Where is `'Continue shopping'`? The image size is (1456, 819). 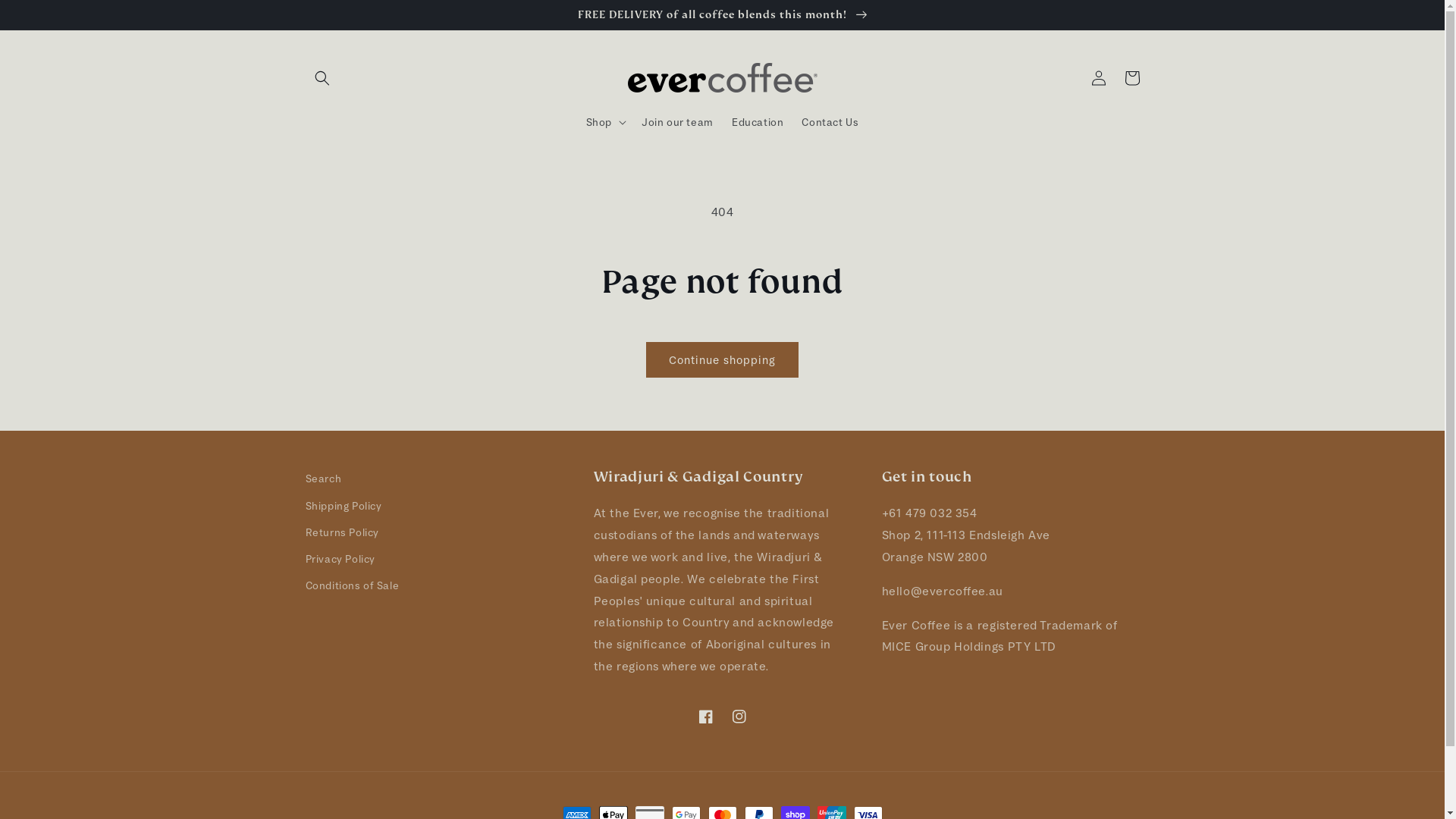 'Continue shopping' is located at coordinates (645, 359).